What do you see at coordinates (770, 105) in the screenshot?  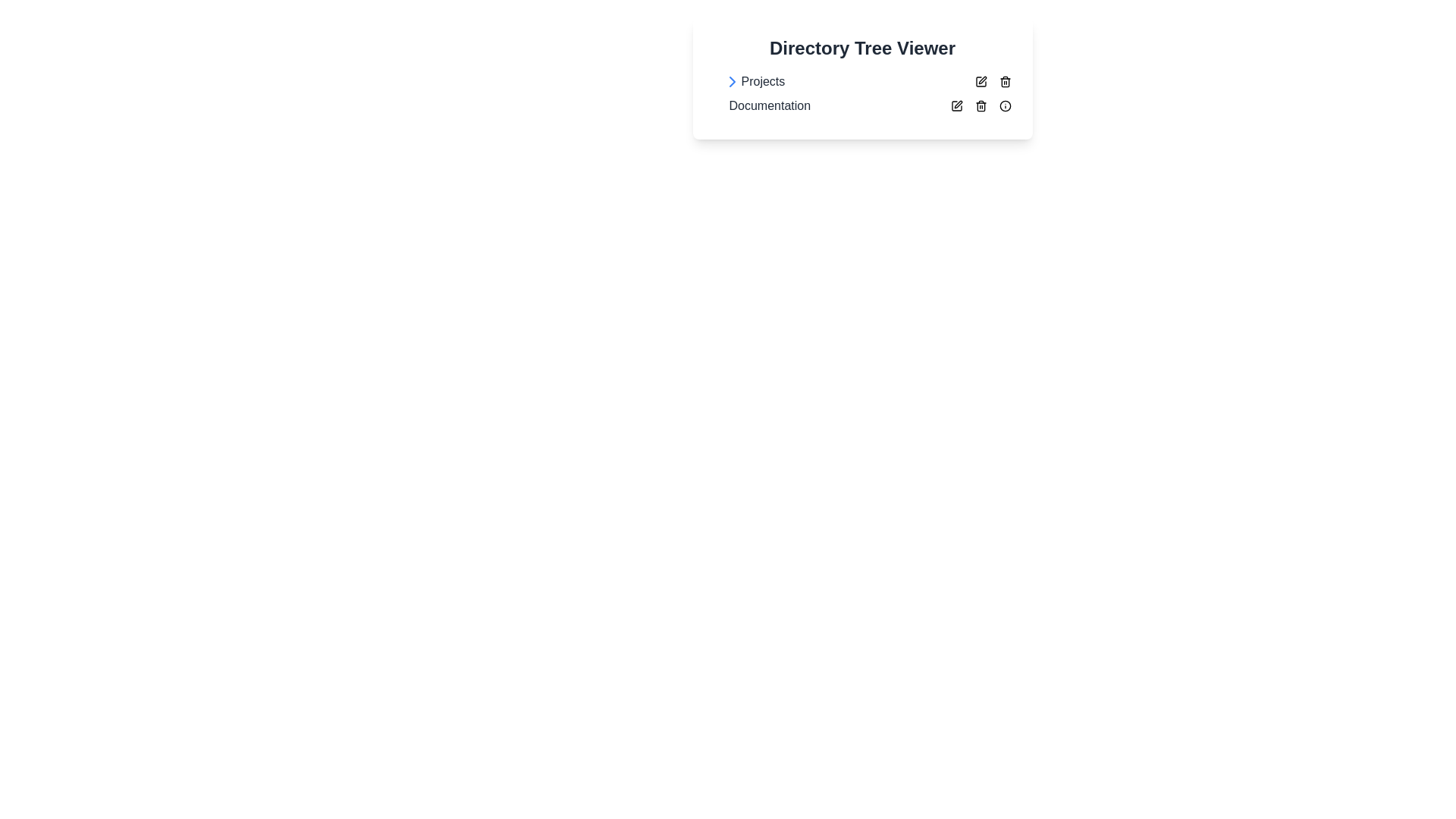 I see `the Text Label or Link located below the 'Projects' text, which serves as a label or link to a documentation page` at bounding box center [770, 105].